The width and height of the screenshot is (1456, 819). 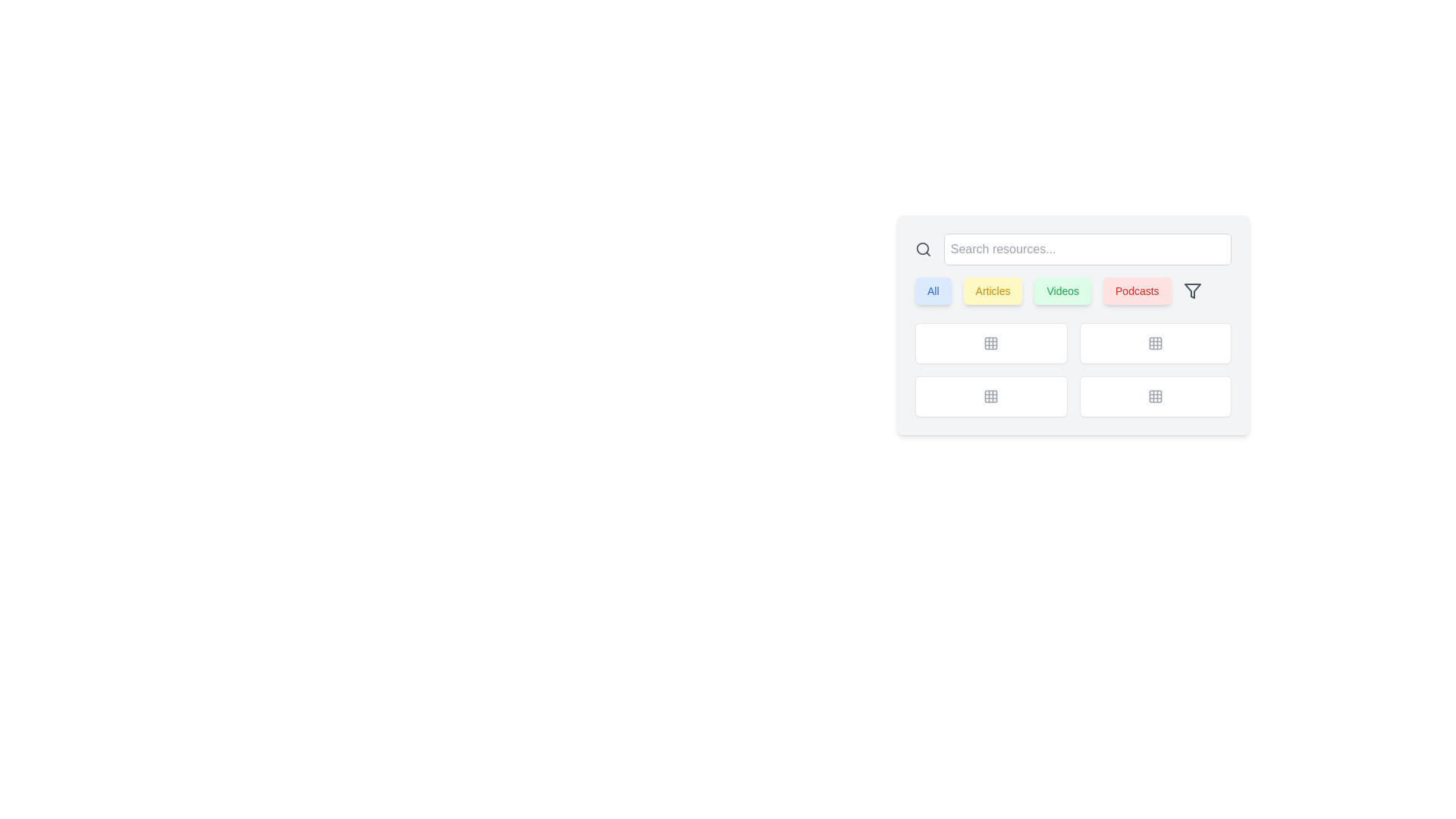 I want to click on the third iconic button in the grid layout, which features a light gray 3x3 grid design, so click(x=991, y=396).